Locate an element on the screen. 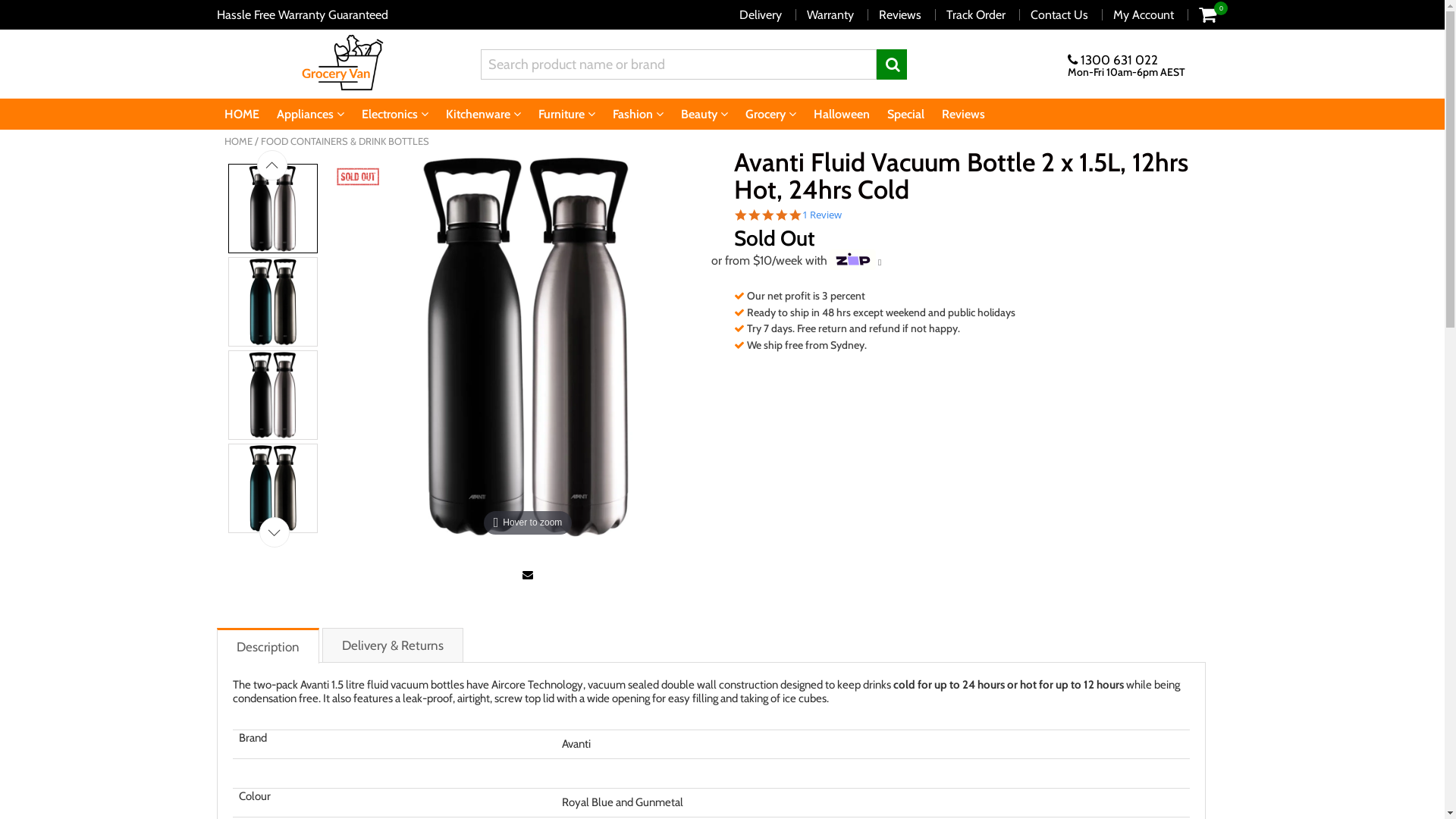 Image resolution: width=1456 pixels, height=819 pixels. 'Furniture' is located at coordinates (538, 113).